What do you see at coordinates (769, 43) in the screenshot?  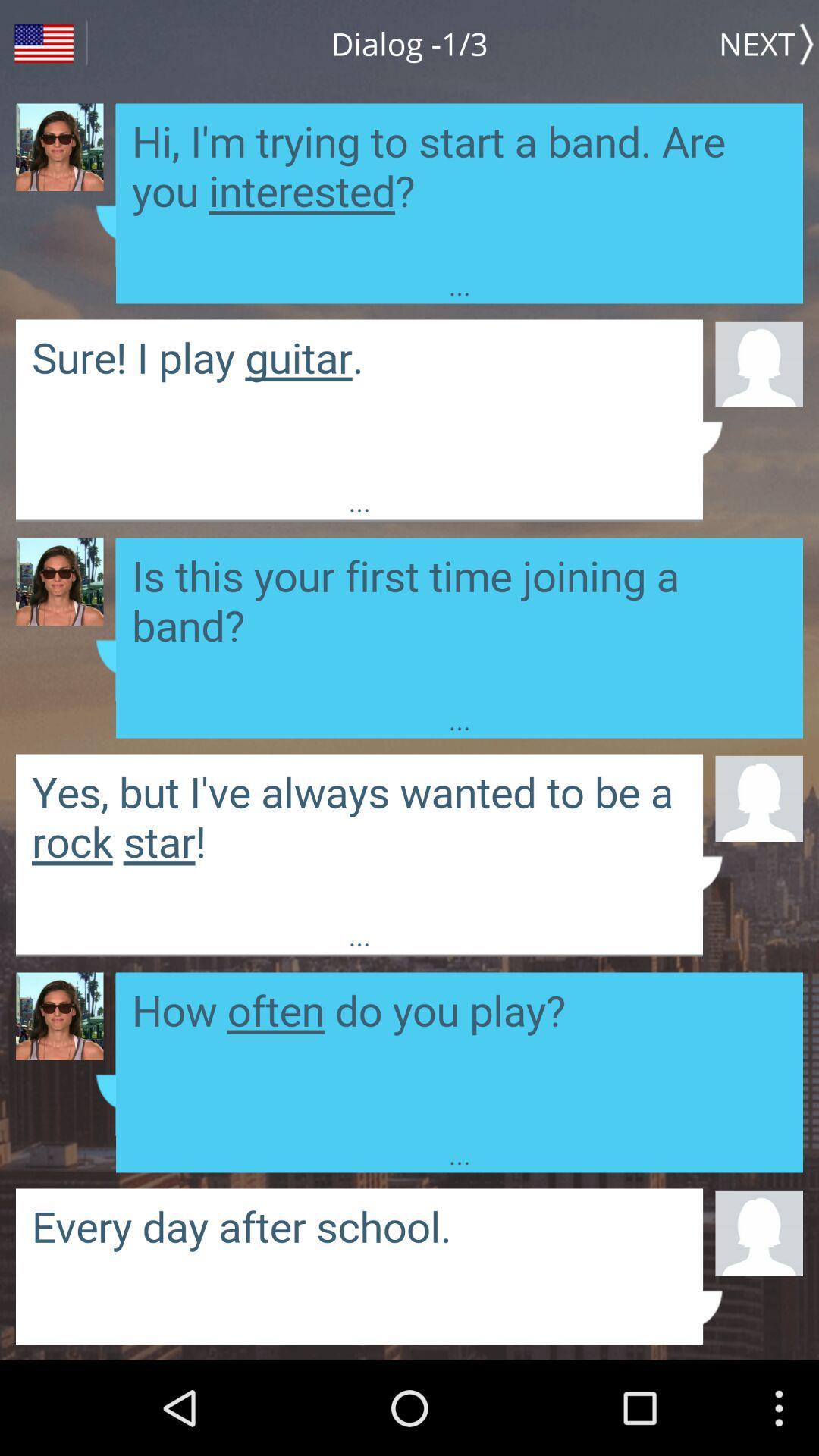 I see `icon next to the dialog -1/3` at bounding box center [769, 43].